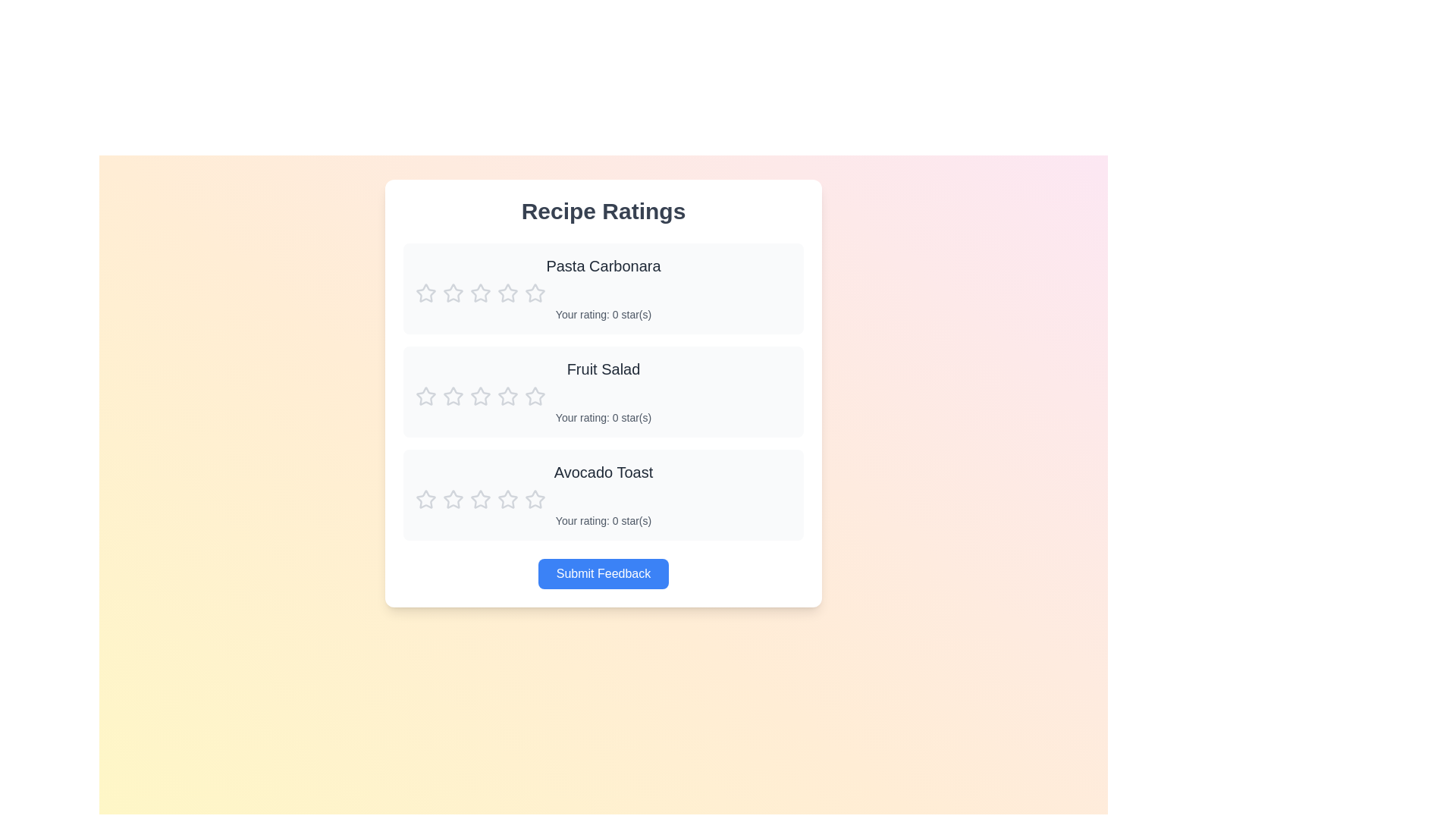 This screenshot has width=1456, height=819. Describe the element at coordinates (425, 500) in the screenshot. I see `the first star icon in the rating section under the 'Avocado Toast' label to rate 1 star` at that location.